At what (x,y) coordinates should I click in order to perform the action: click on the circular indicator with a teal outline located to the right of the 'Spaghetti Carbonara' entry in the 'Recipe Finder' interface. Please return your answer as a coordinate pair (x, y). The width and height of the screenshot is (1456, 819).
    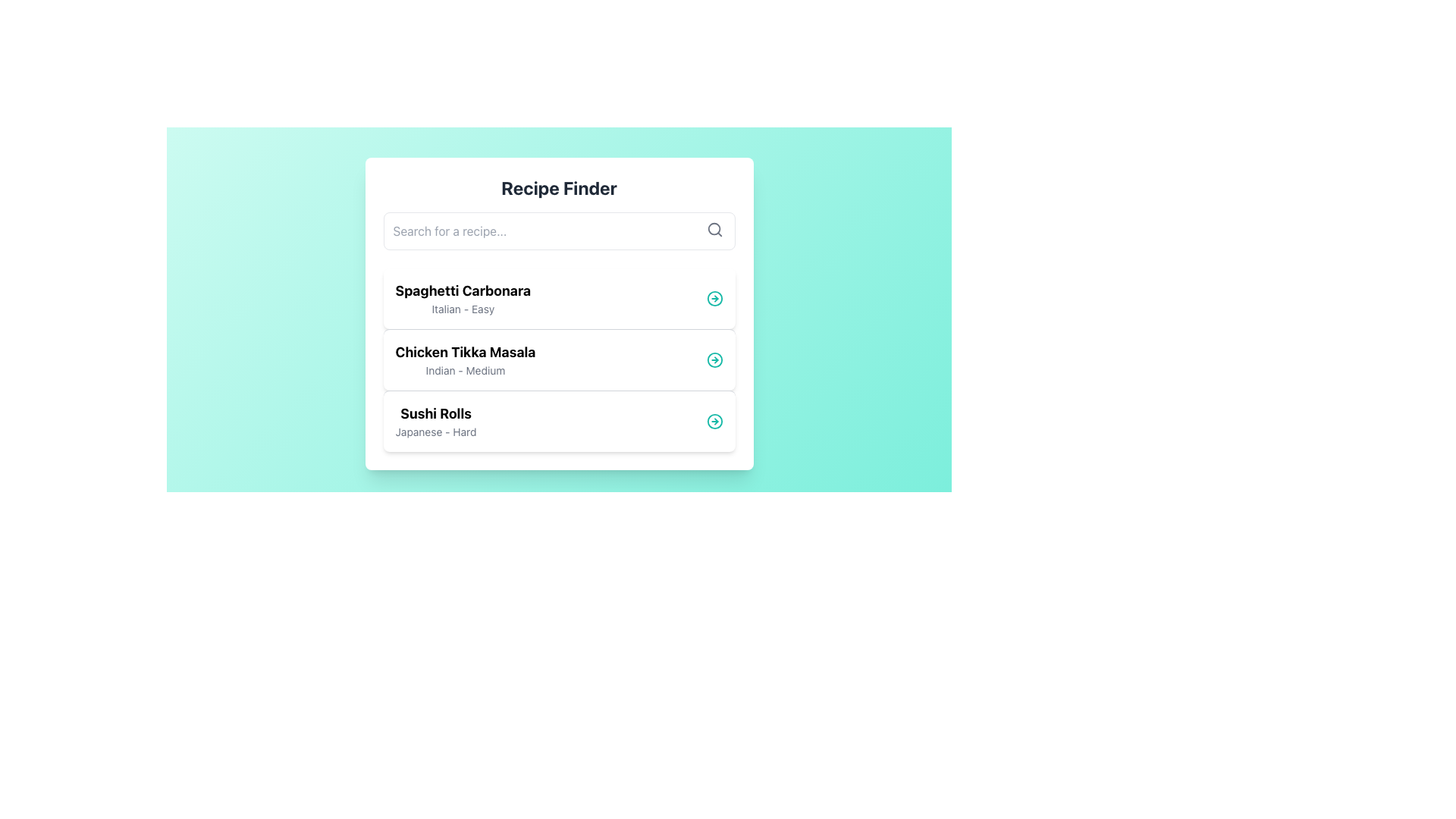
    Looking at the image, I should click on (714, 298).